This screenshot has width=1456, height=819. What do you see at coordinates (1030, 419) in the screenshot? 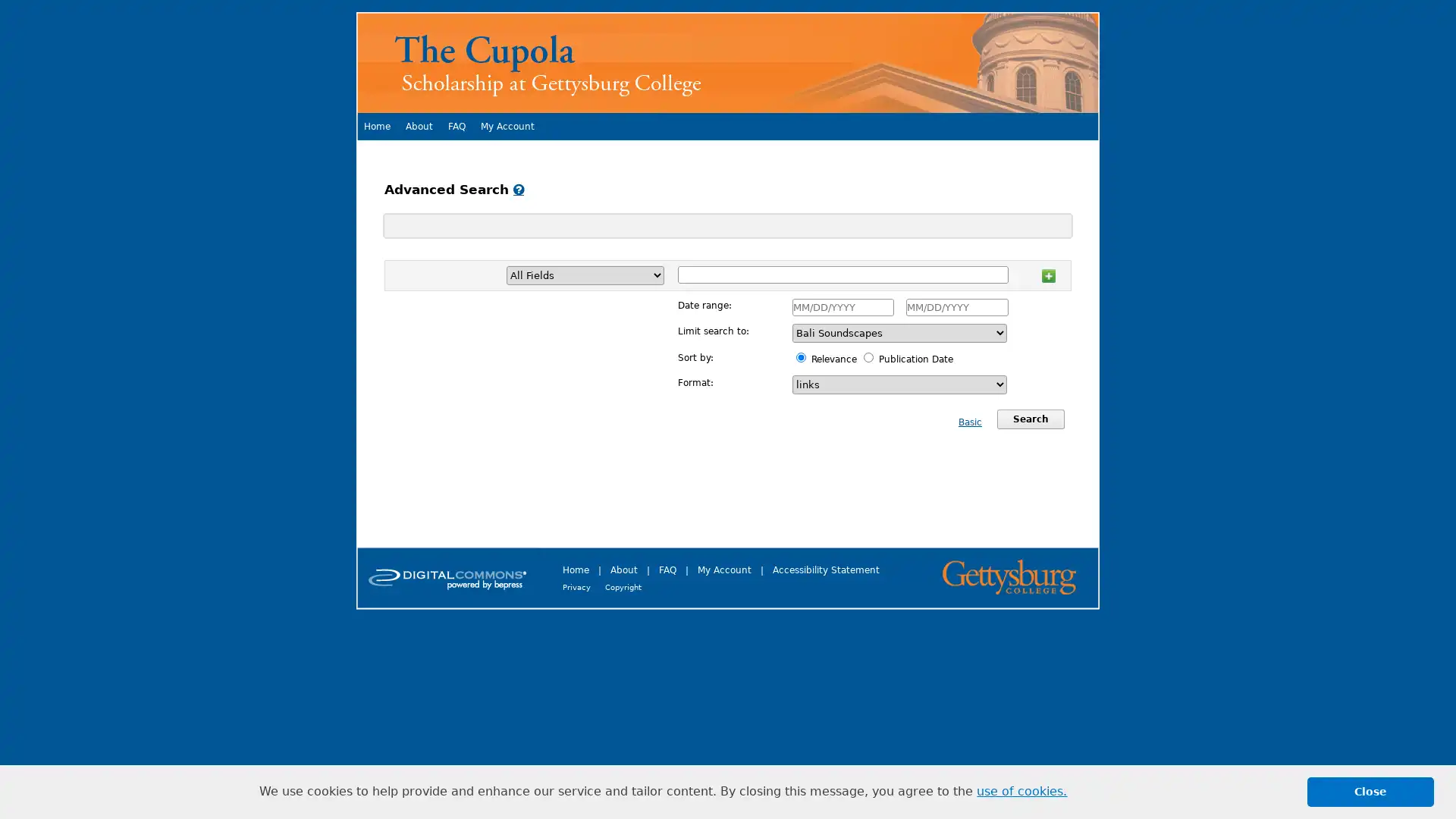
I see `Search` at bounding box center [1030, 419].